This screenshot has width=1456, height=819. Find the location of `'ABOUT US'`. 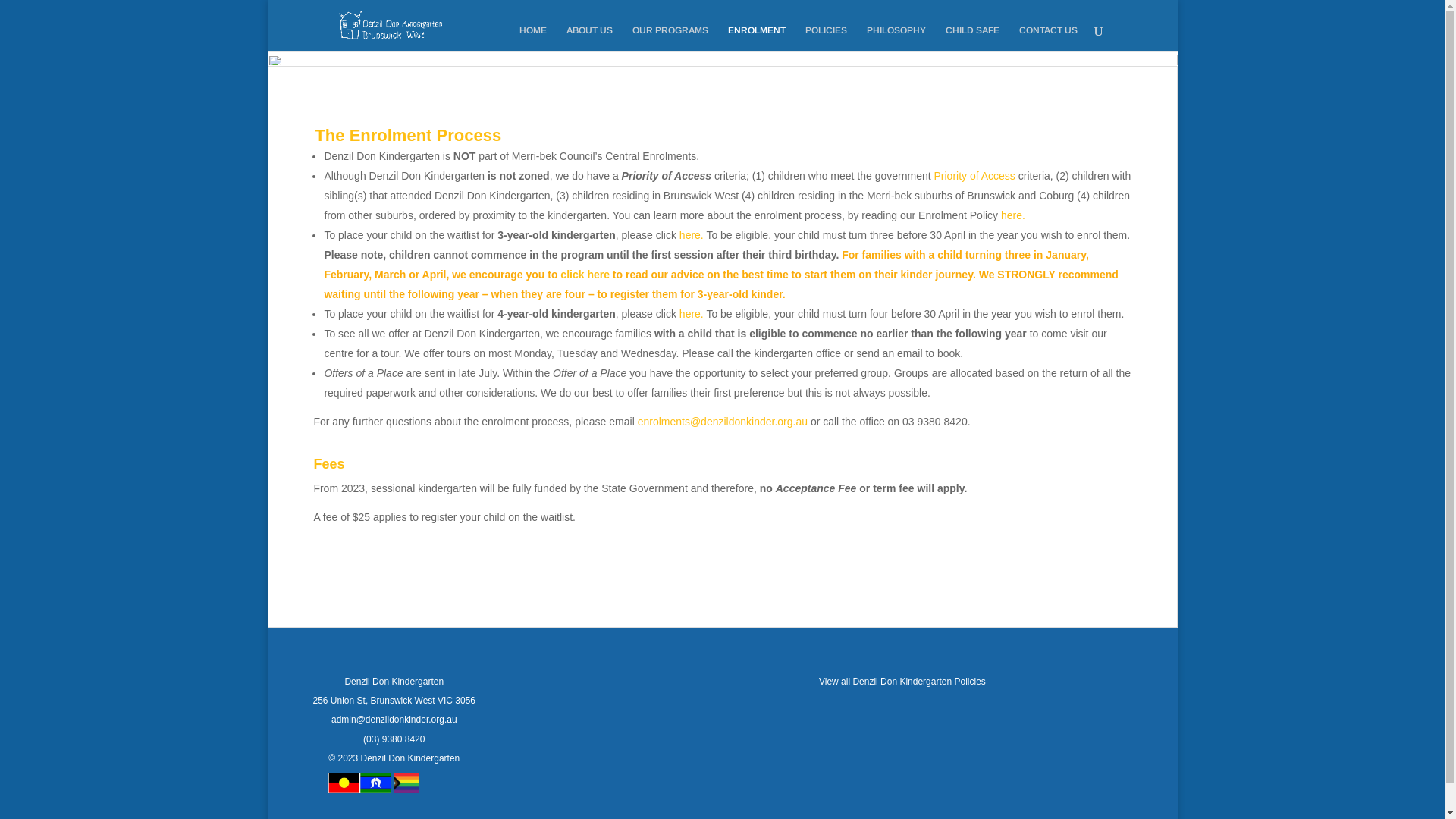

'ABOUT US' is located at coordinates (588, 37).